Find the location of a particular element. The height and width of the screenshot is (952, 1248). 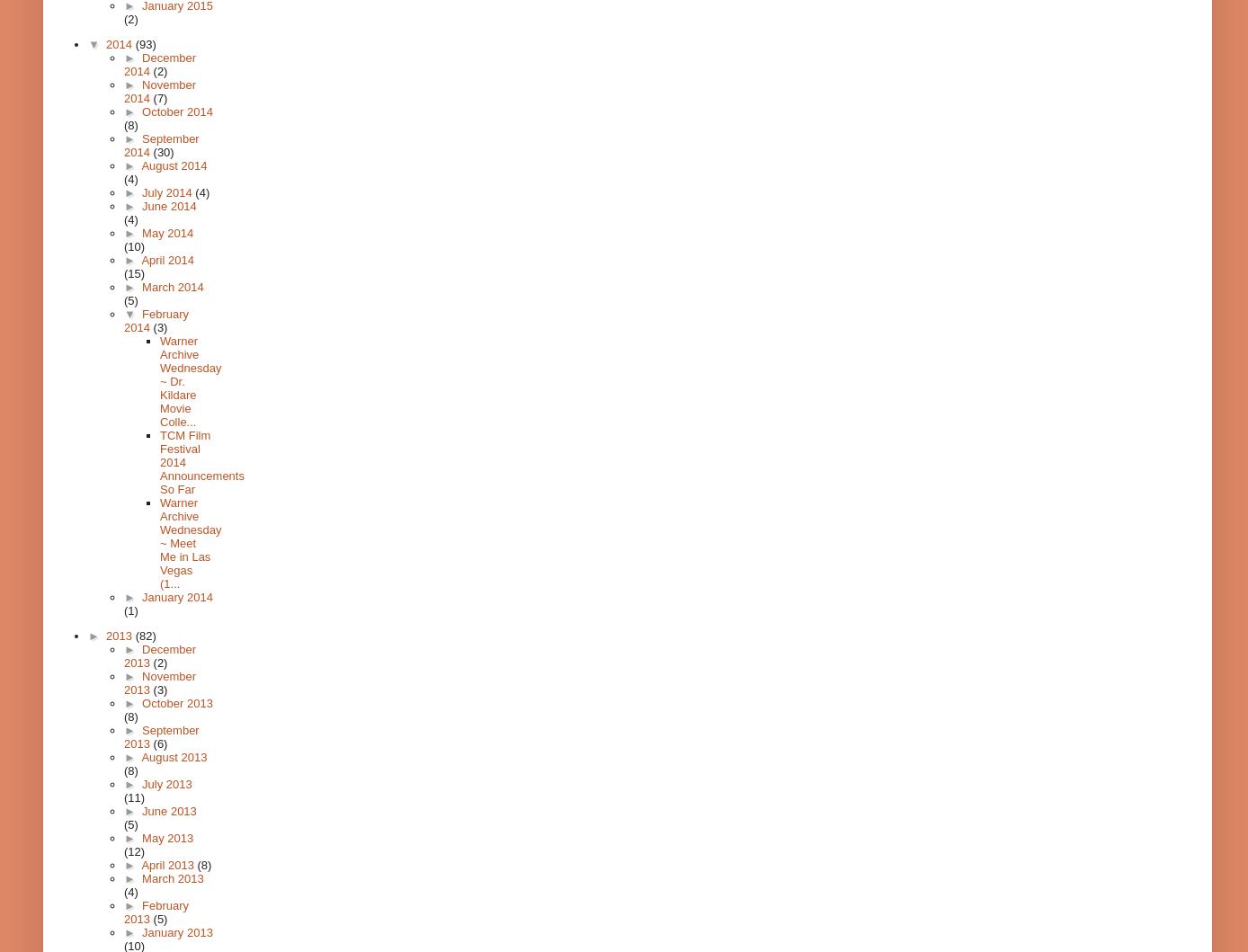

'(82)' is located at coordinates (145, 636).